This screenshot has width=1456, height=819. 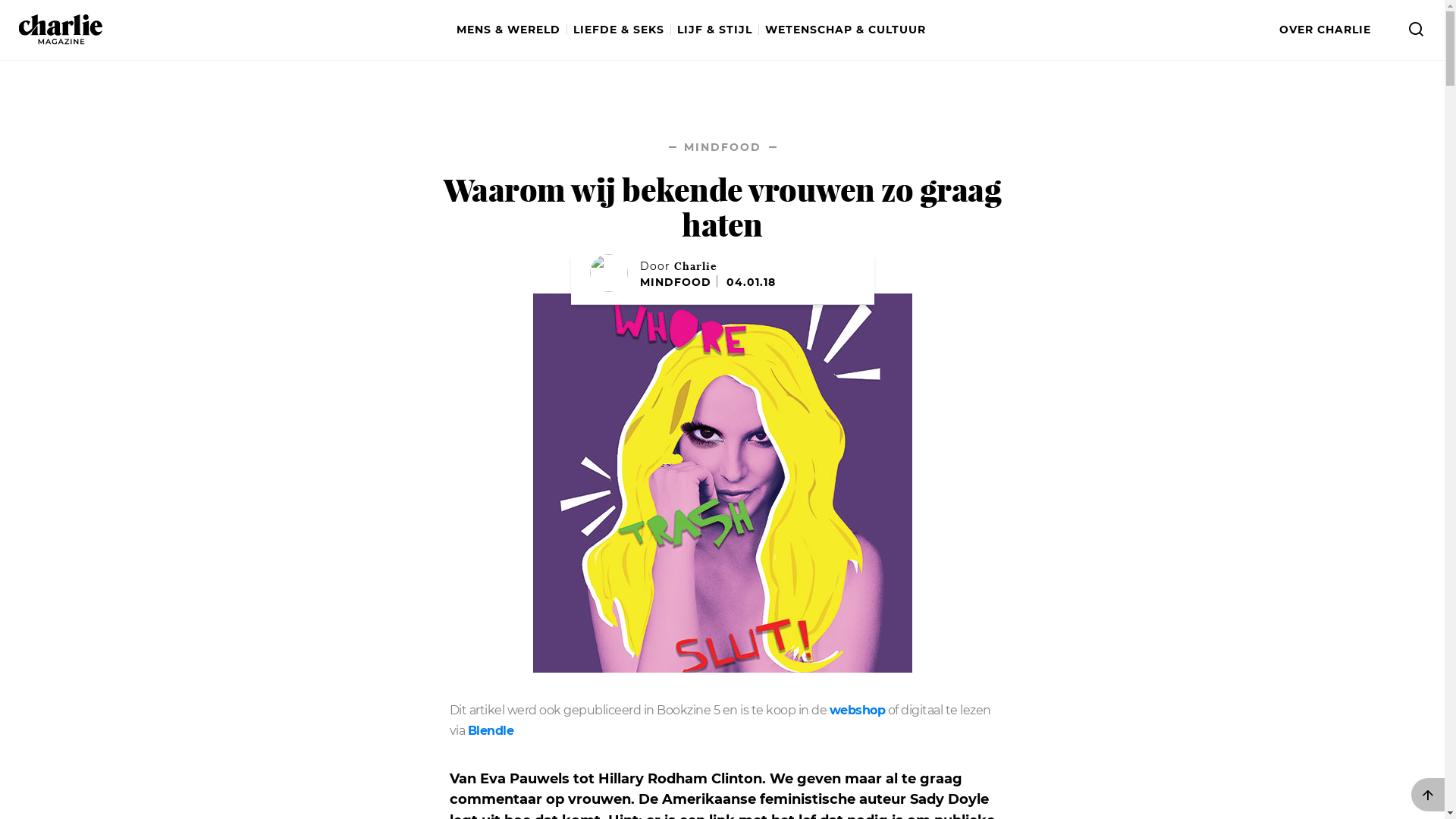 I want to click on 'MENS & WERELD', so click(x=512, y=30).